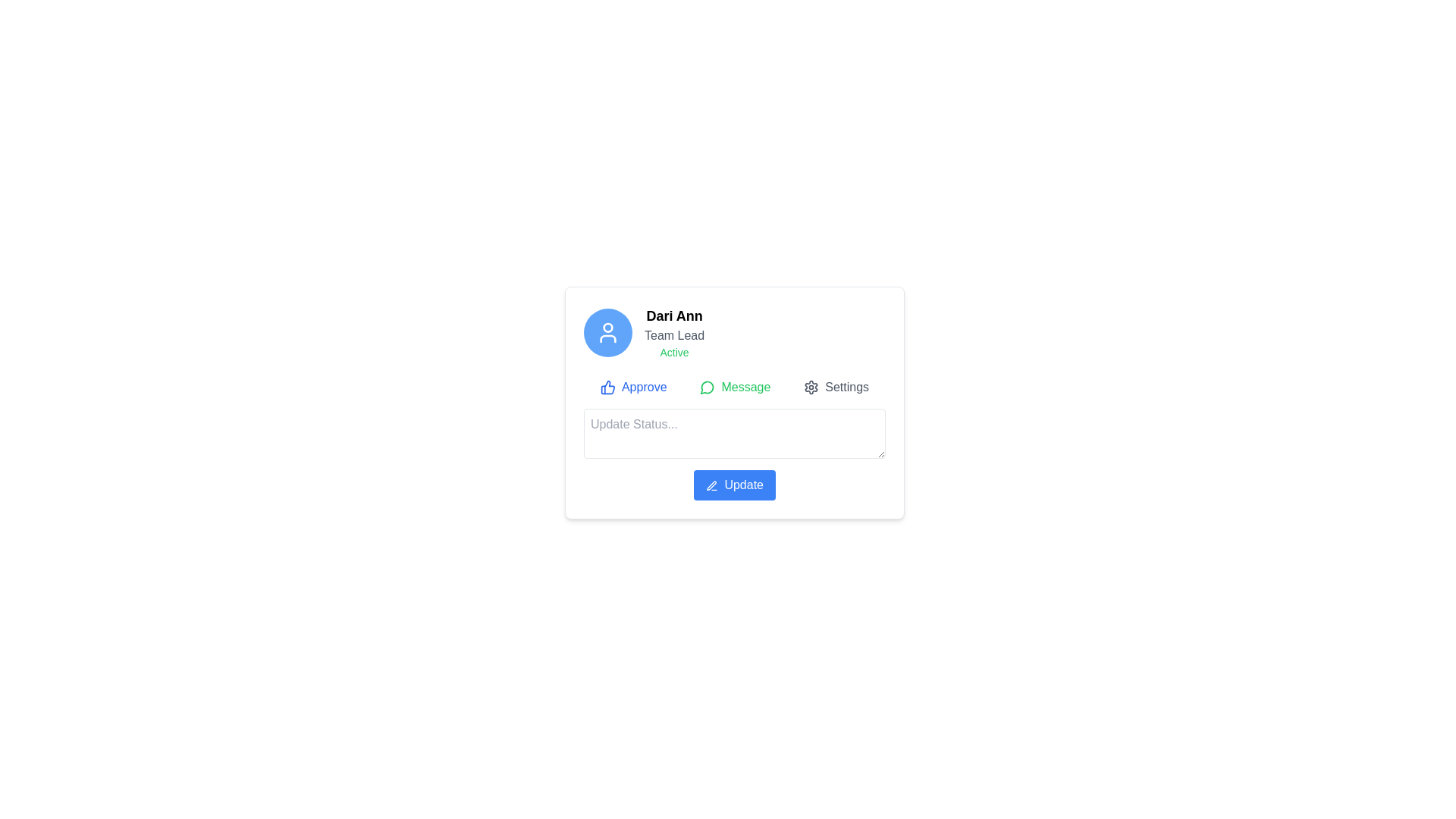 This screenshot has height=819, width=1456. Describe the element at coordinates (607, 332) in the screenshot. I see `the user avatar, which is a circular icon with a blue background and a white user silhouette, located on the left side of the profile information for 'Dari Ann', the Team Lead` at that location.